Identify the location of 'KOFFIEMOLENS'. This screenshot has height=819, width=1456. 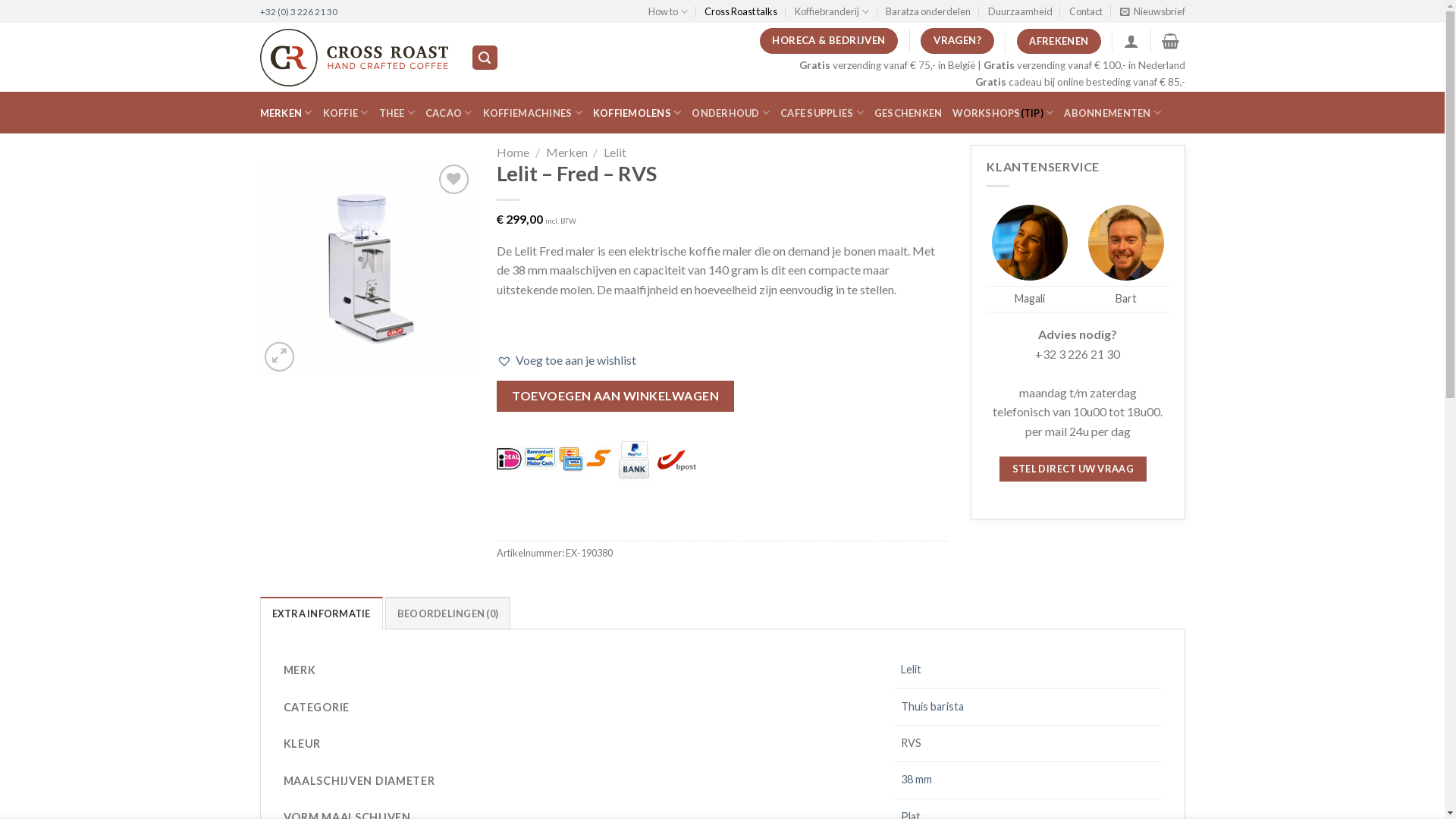
(637, 112).